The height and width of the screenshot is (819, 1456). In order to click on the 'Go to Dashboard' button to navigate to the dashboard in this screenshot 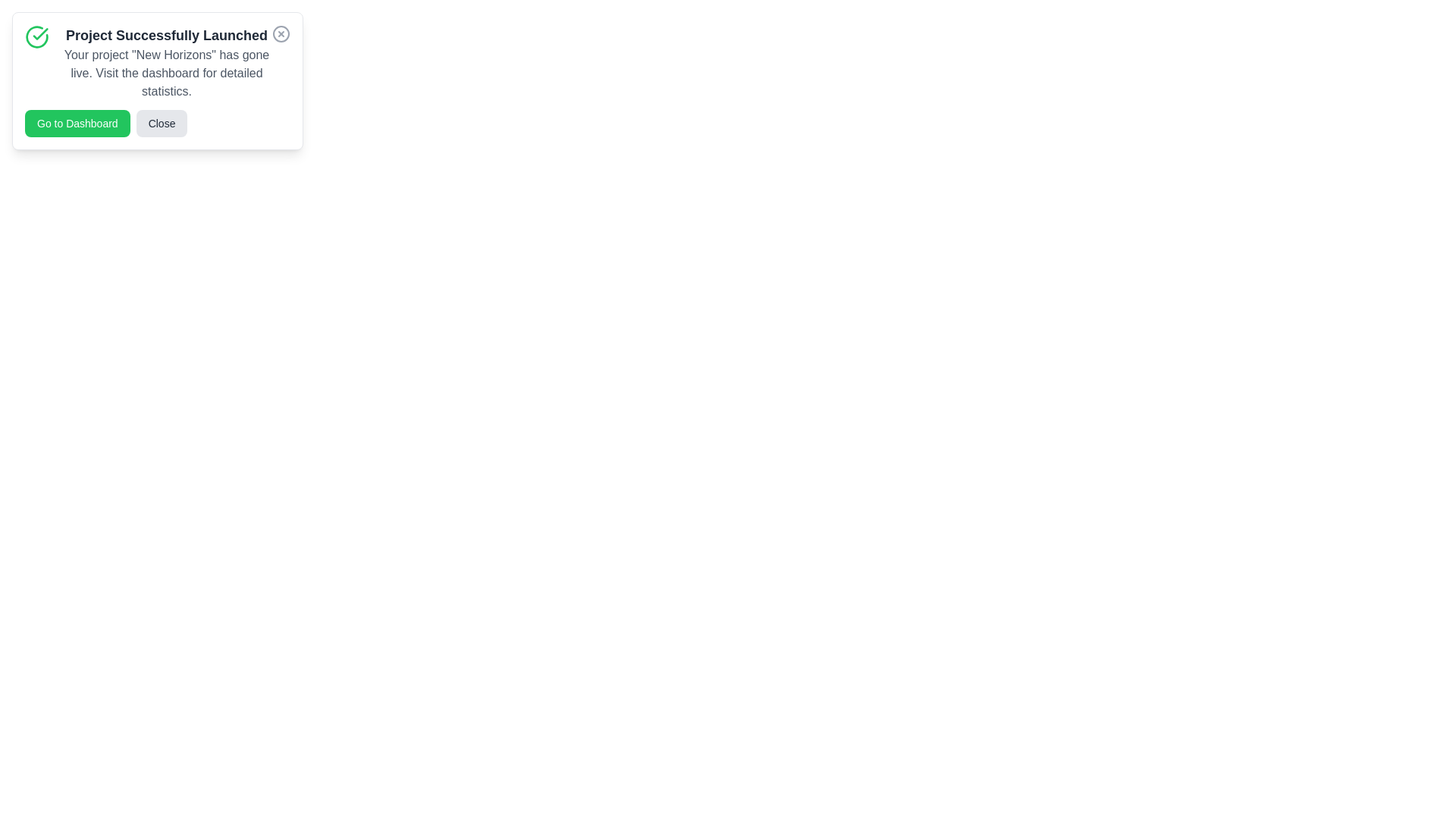, I will do `click(76, 122)`.